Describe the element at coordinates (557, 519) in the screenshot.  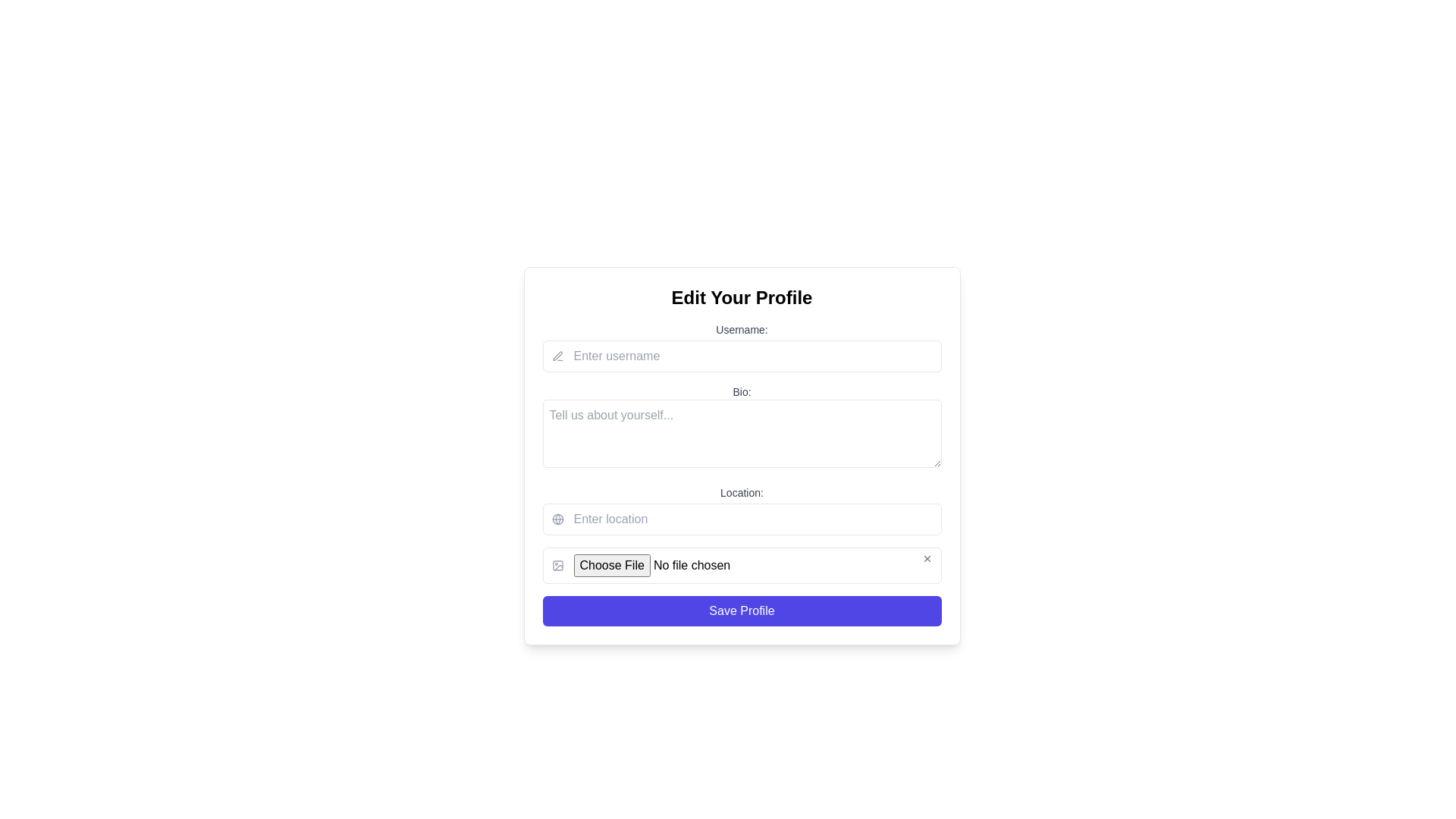
I see `the circular element representing the globe symbol within the SVG illustration, which is located to the left of the 'Enter location' input field` at that location.